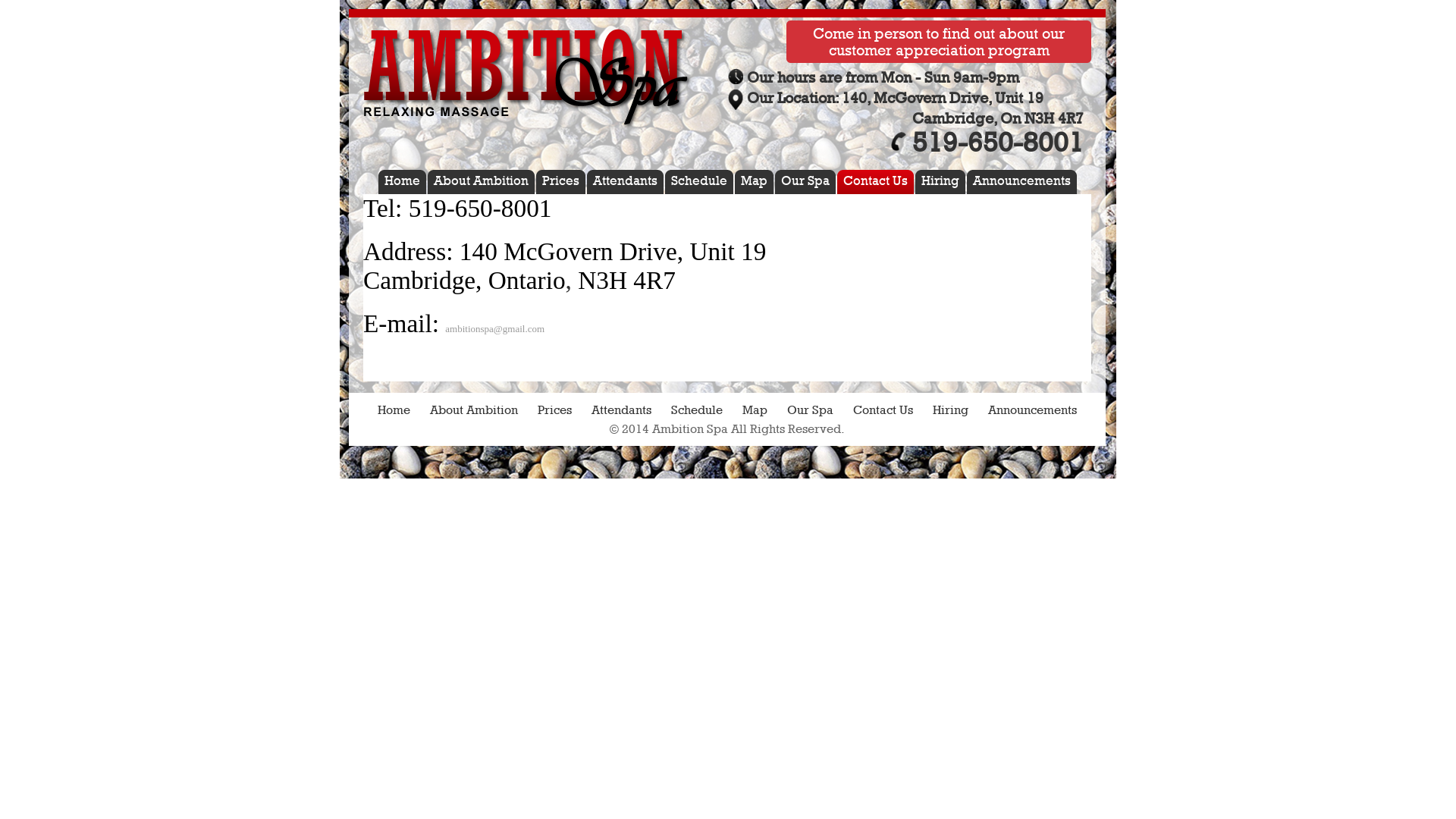  What do you see at coordinates (538, 409) in the screenshot?
I see `'Prices'` at bounding box center [538, 409].